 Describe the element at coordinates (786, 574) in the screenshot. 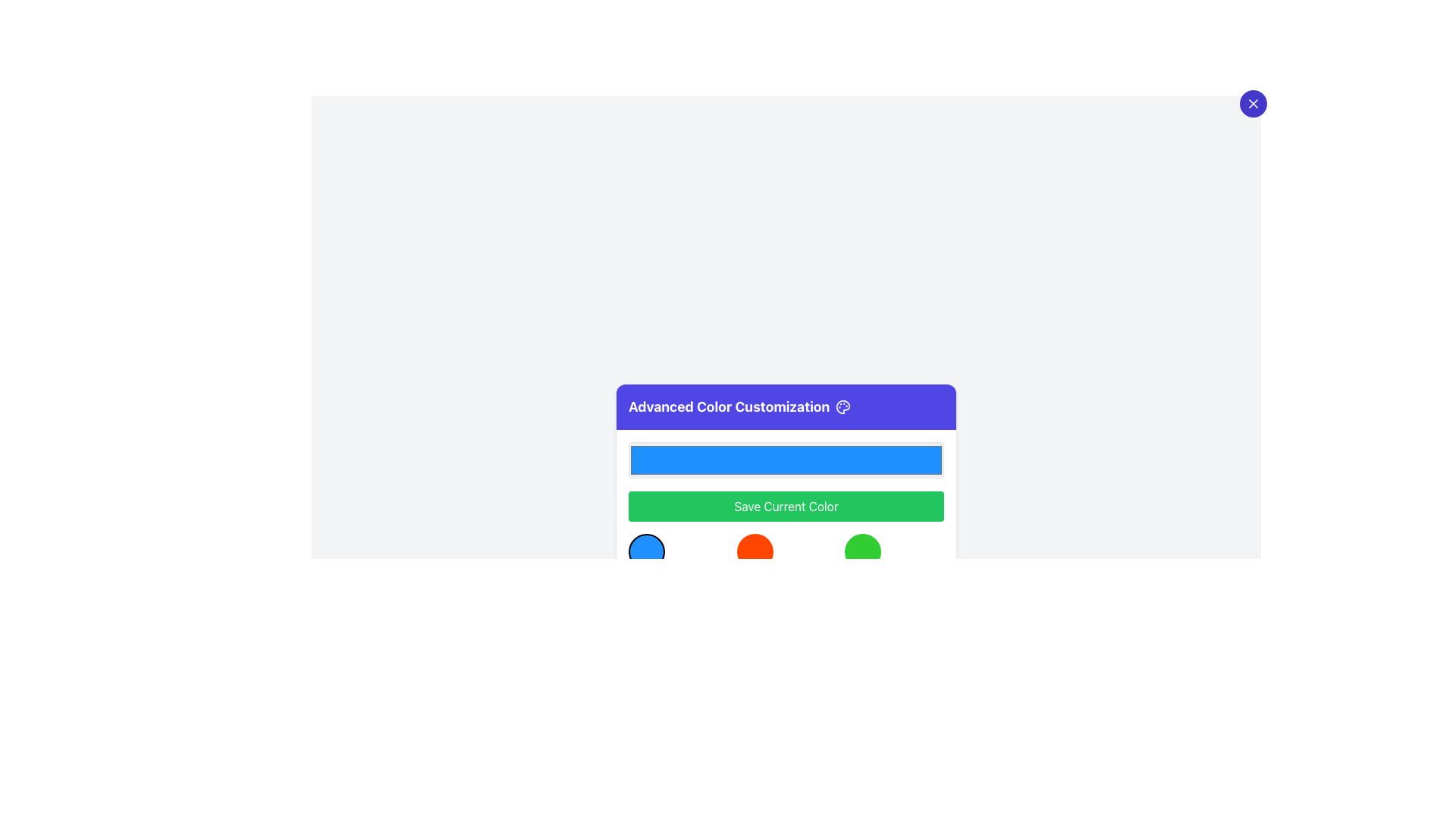

I see `the horizontal grid layout containing four circular elements (blue, red, green, yellow) positioned below the 'Save Current Color' button` at that location.